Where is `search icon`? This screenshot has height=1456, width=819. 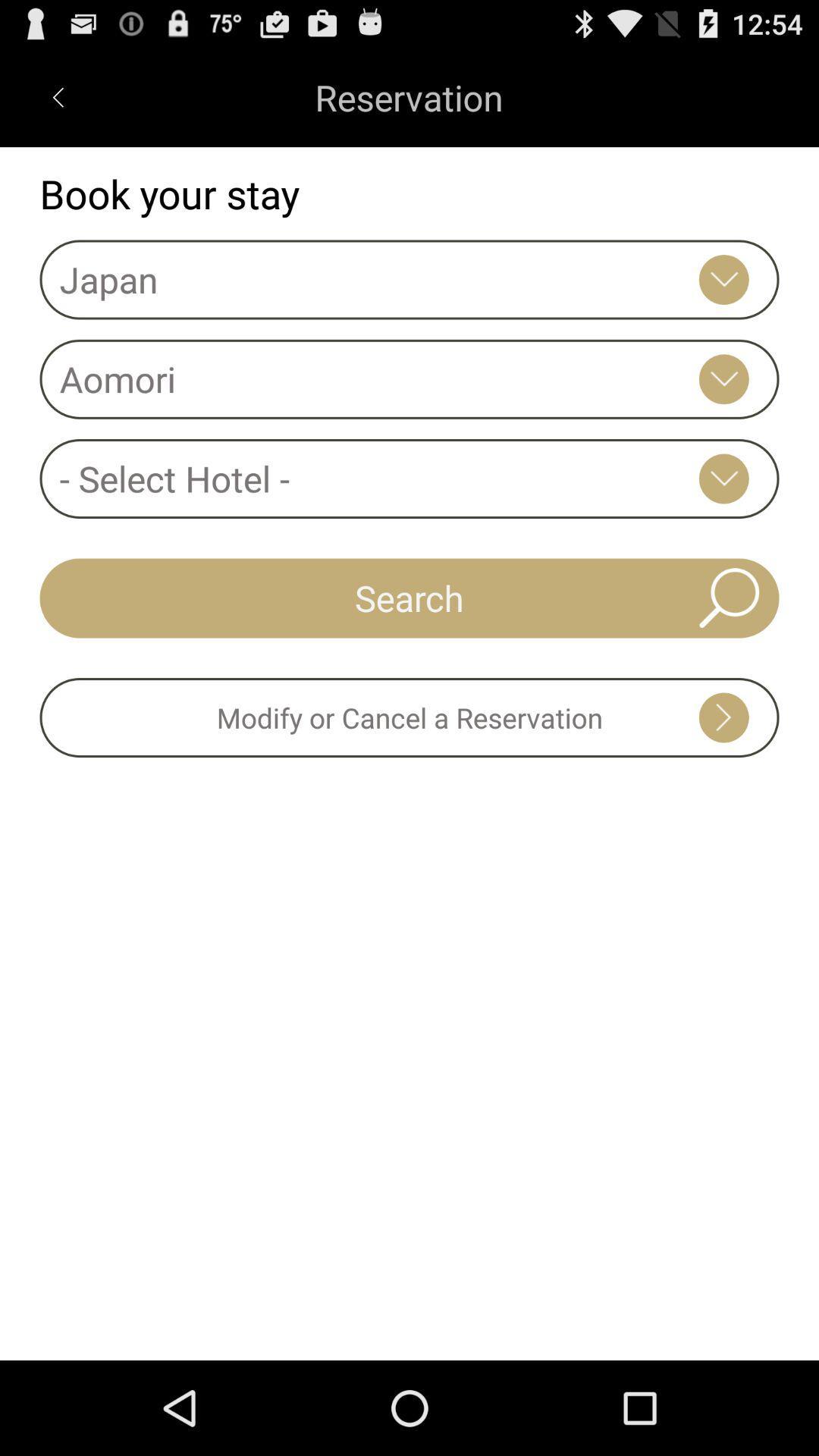 search icon is located at coordinates (409, 597).